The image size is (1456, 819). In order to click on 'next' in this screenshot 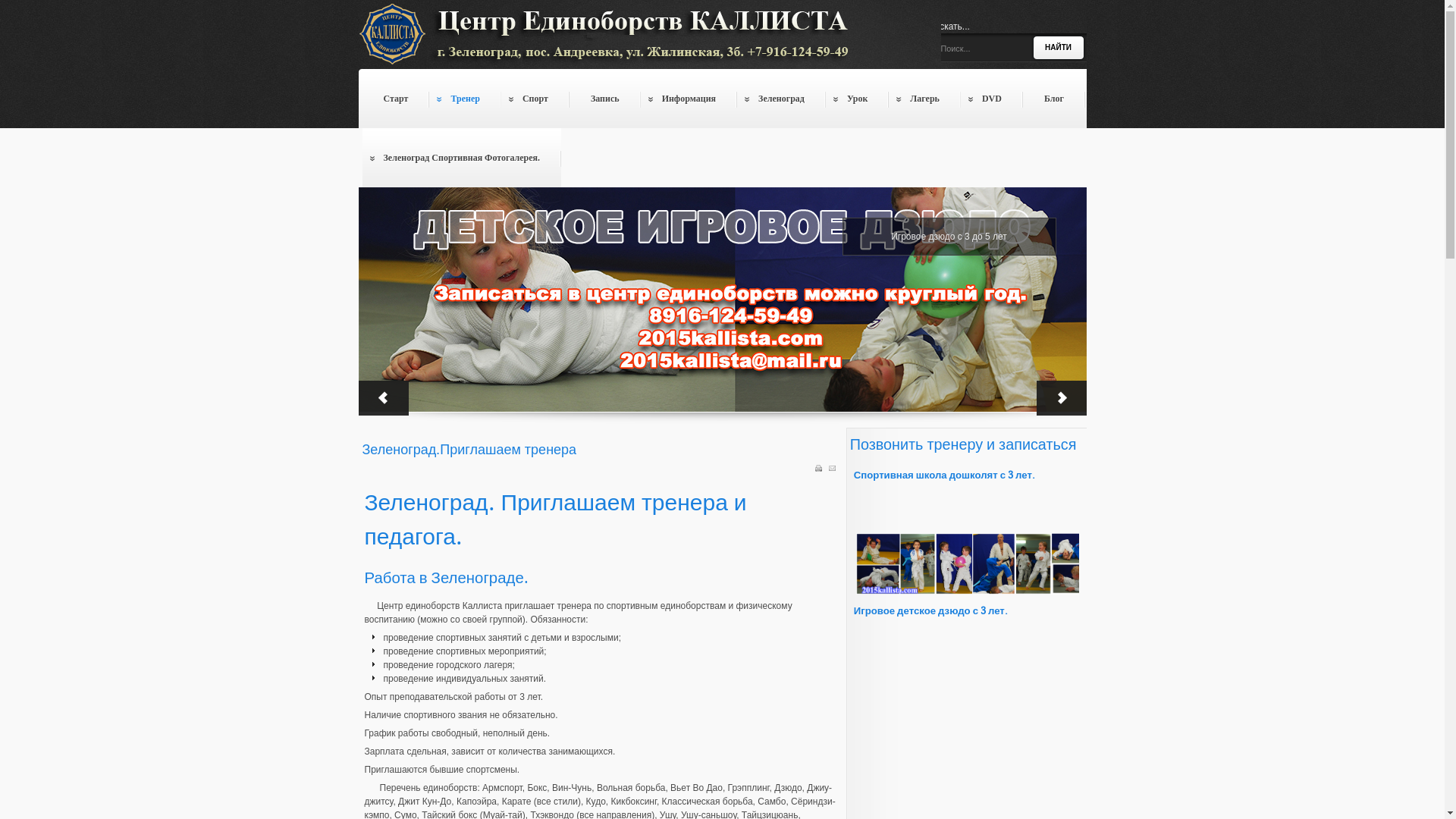, I will do `click(1035, 397)`.